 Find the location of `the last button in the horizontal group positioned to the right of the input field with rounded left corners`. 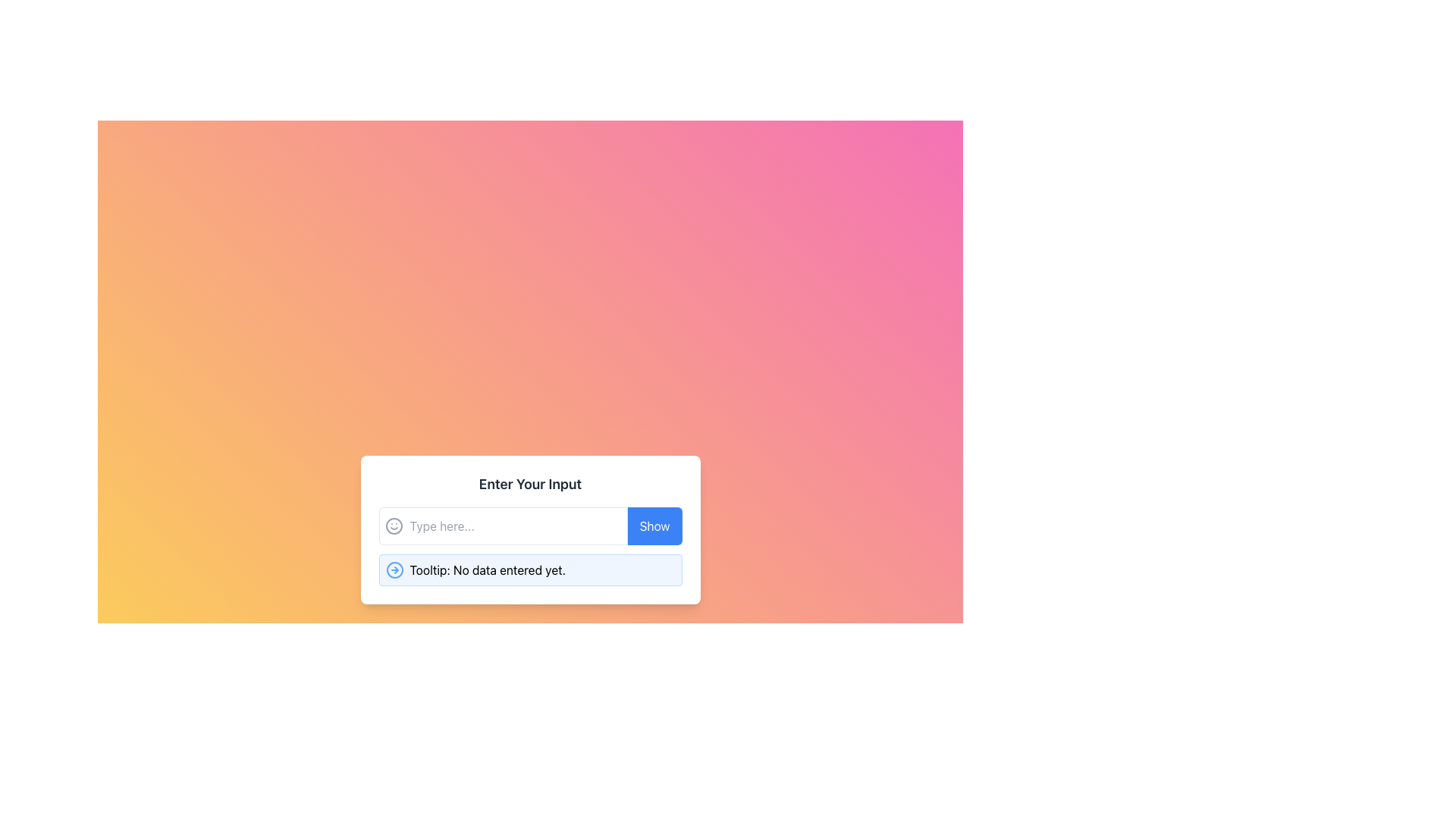

the last button in the horizontal group positioned to the right of the input field with rounded left corners is located at coordinates (654, 526).